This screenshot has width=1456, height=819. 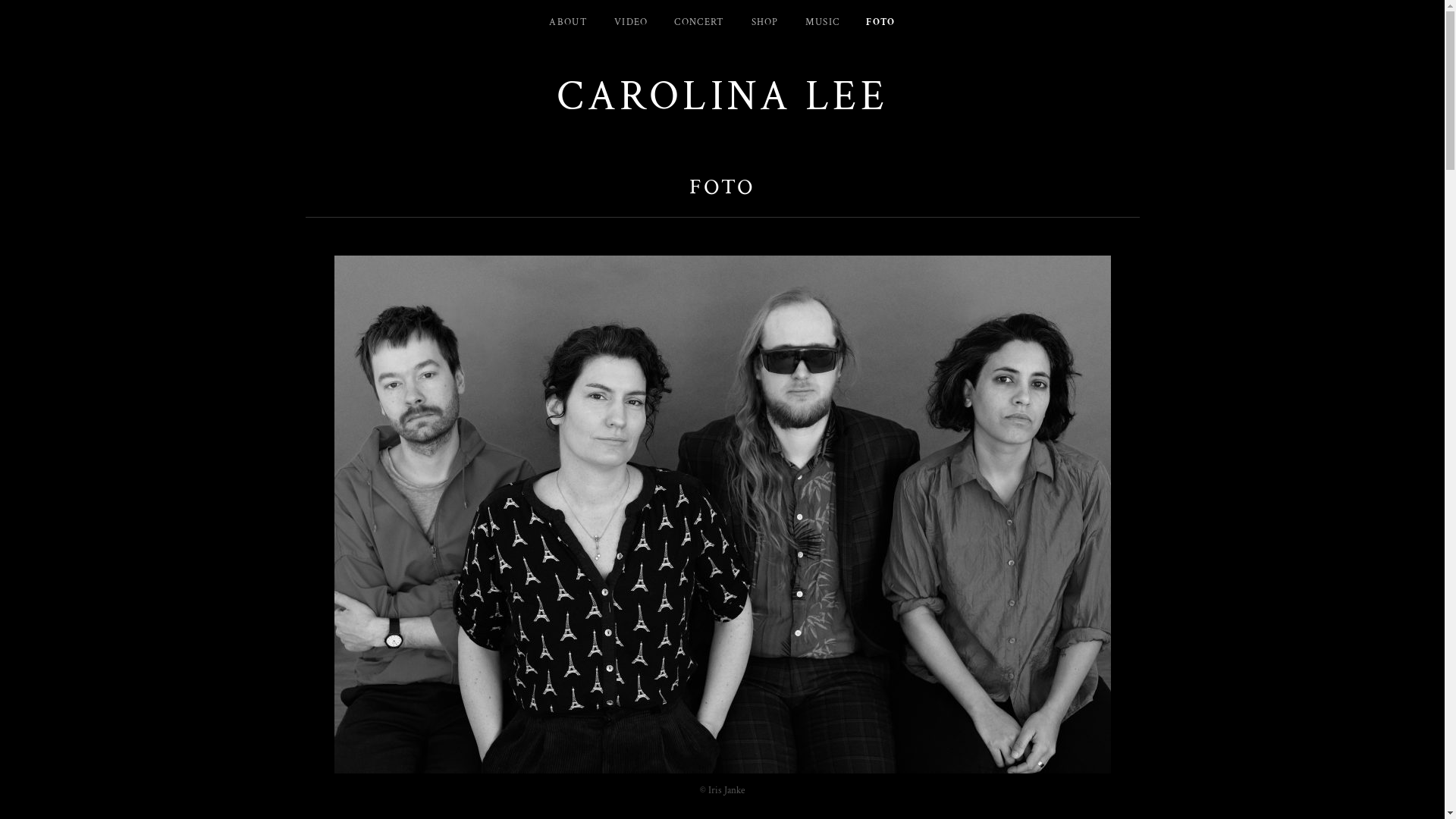 What do you see at coordinates (721, 96) in the screenshot?
I see `'CAROLINA LEE'` at bounding box center [721, 96].